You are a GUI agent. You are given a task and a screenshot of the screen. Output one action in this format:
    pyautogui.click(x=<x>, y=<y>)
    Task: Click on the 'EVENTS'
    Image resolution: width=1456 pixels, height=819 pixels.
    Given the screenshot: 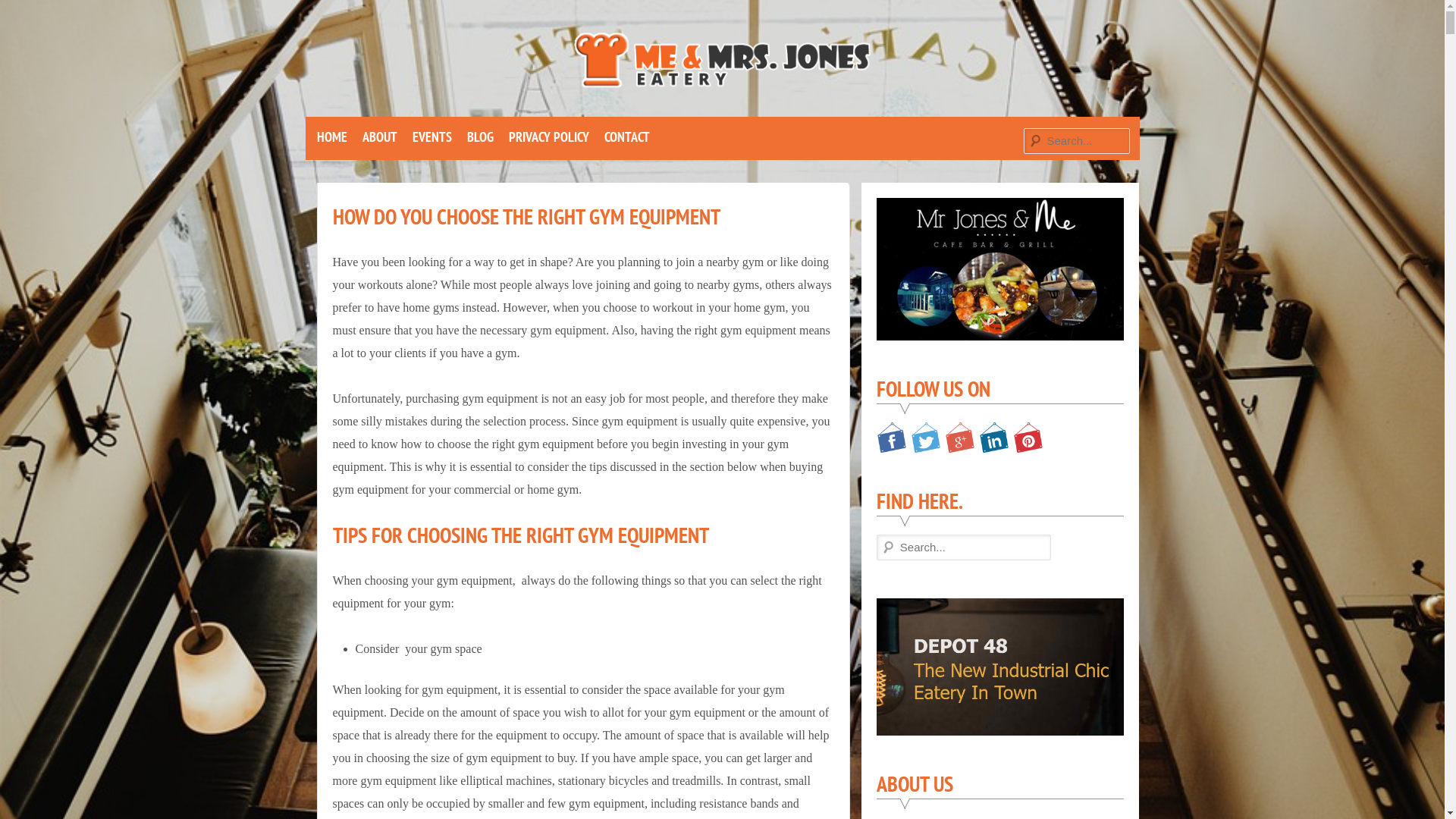 What is the action you would take?
    pyautogui.click(x=431, y=137)
    